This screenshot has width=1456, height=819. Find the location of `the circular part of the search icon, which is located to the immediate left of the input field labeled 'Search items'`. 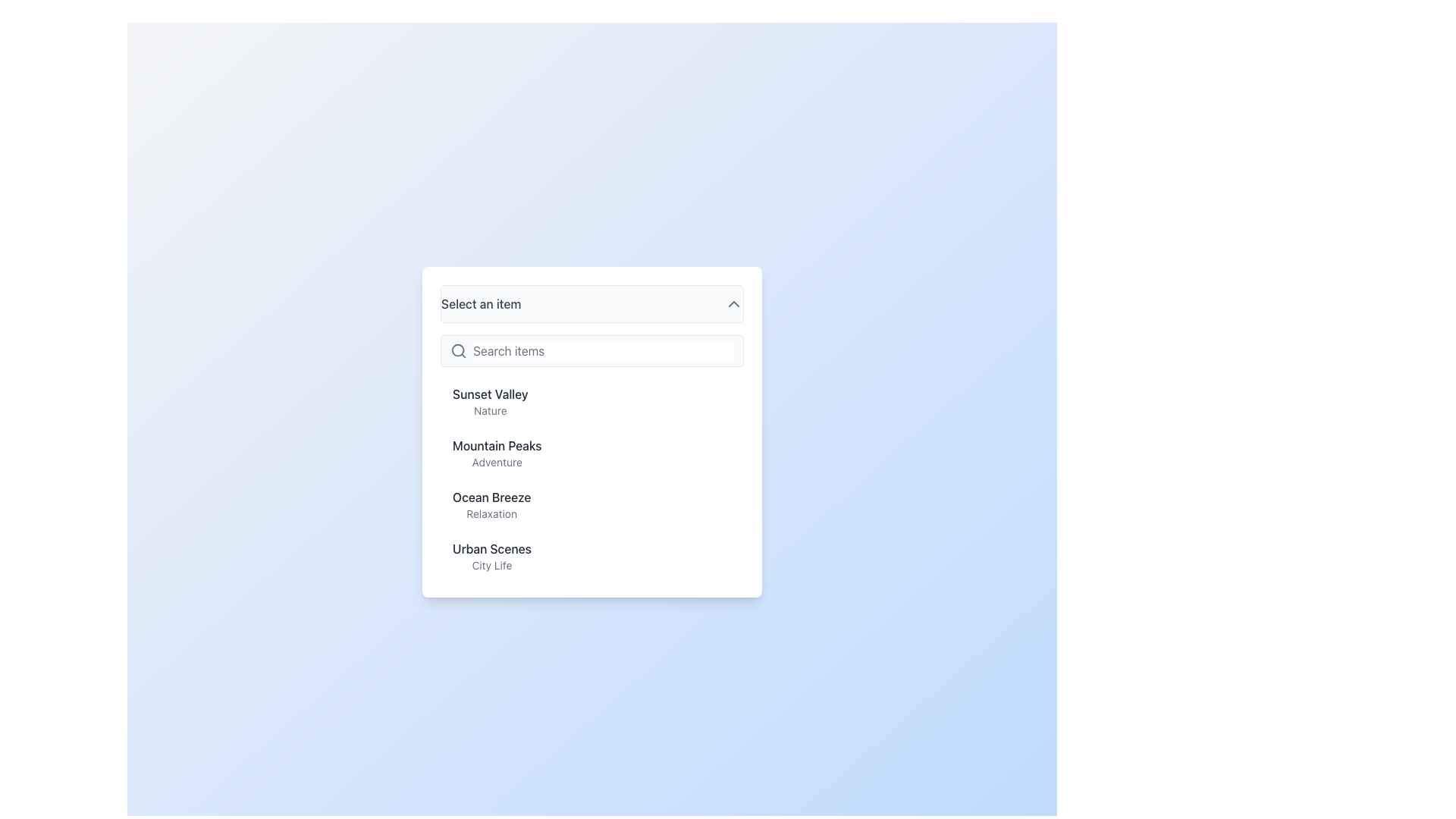

the circular part of the search icon, which is located to the immediate left of the input field labeled 'Search items' is located at coordinates (457, 350).